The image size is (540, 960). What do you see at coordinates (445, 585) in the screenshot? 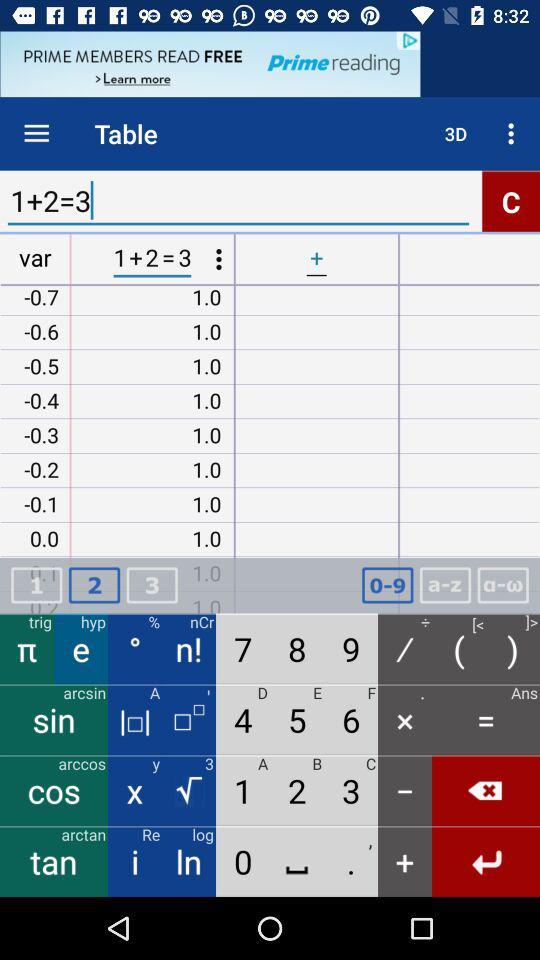
I see `open variable entry screen` at bounding box center [445, 585].